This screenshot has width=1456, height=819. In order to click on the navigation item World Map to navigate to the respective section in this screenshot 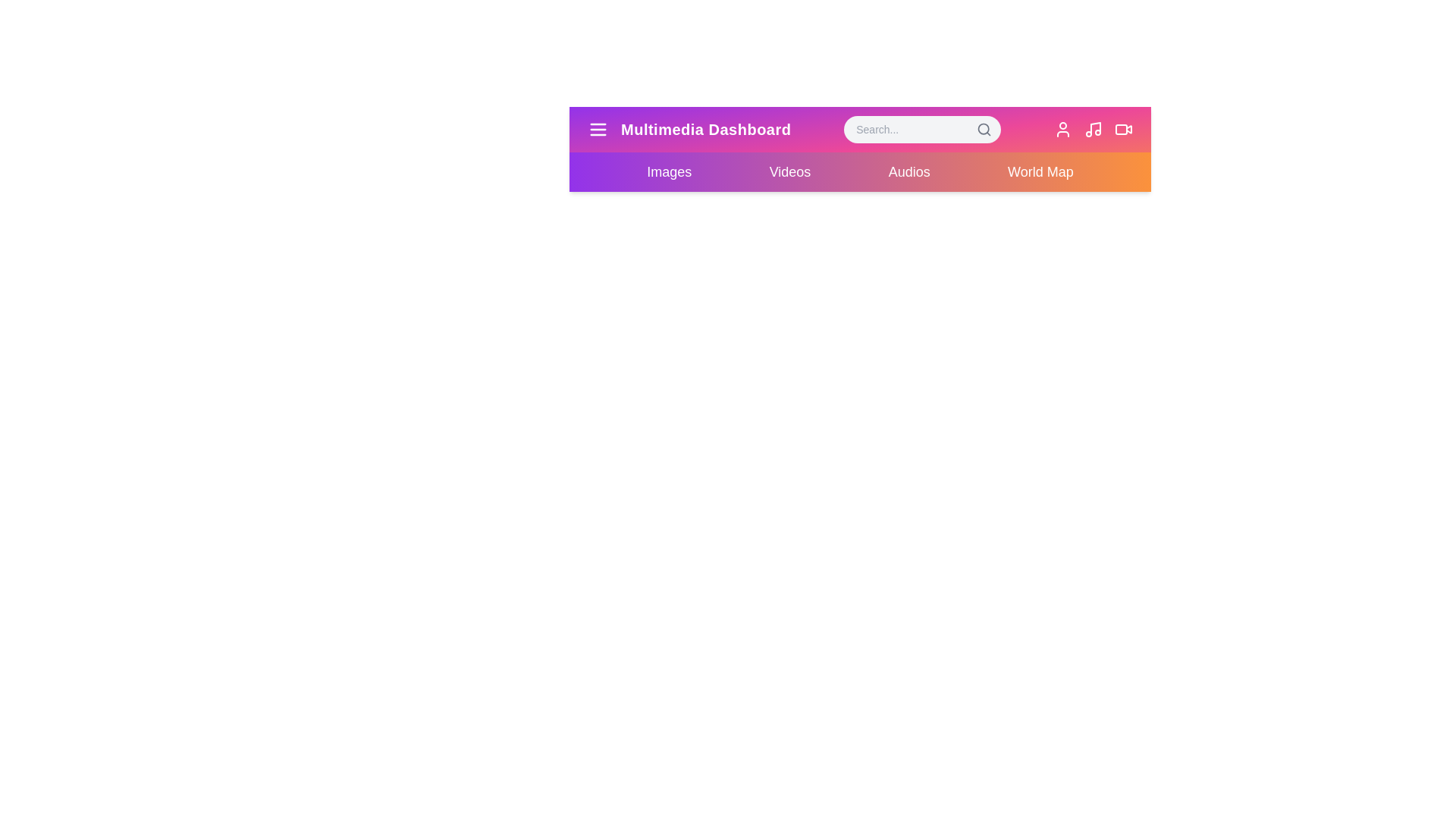, I will do `click(1040, 171)`.